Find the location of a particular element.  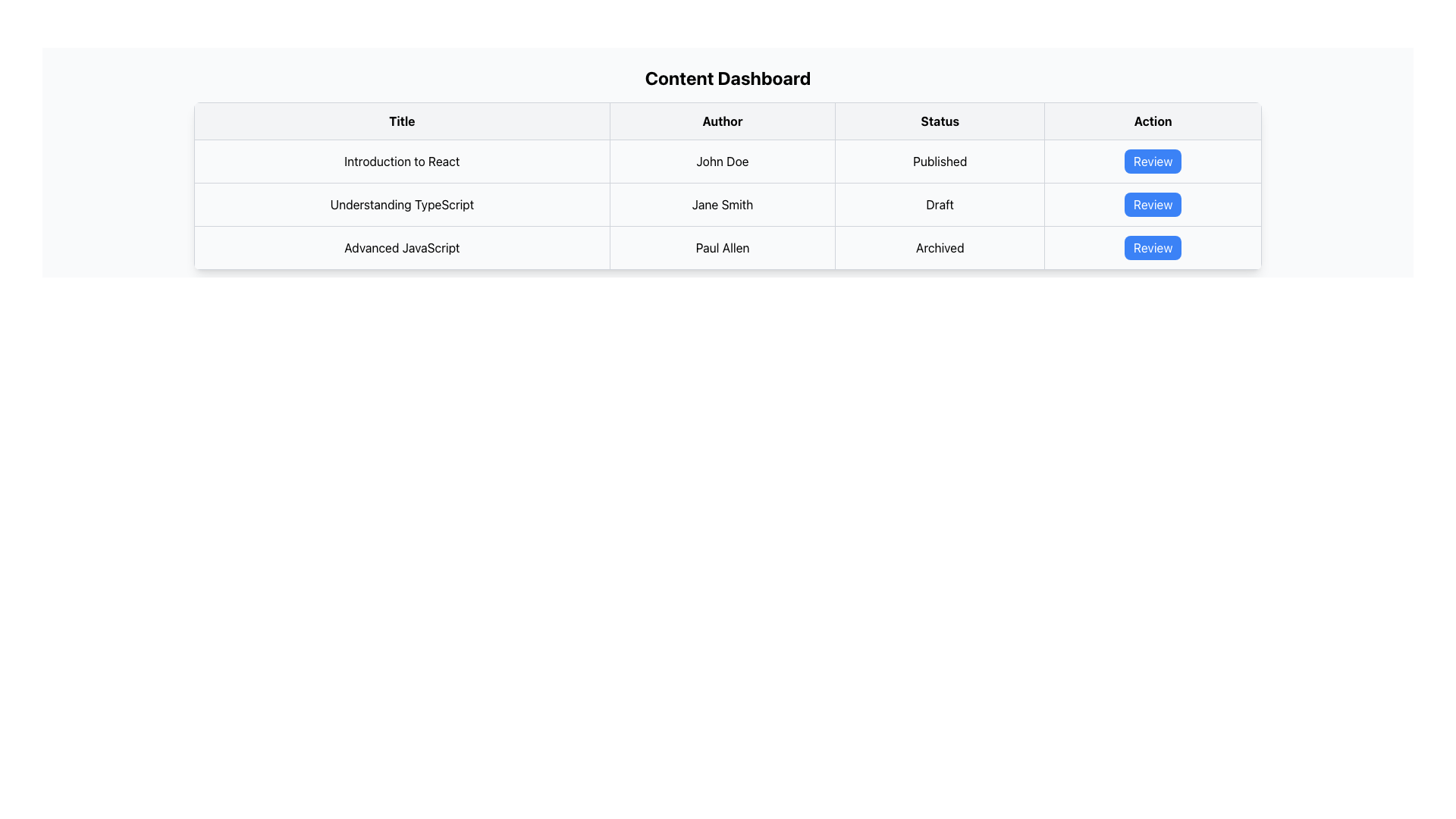

the table header cell labeled 'Title', which is the first column header in the table at the top-left part of the table is located at coordinates (402, 120).